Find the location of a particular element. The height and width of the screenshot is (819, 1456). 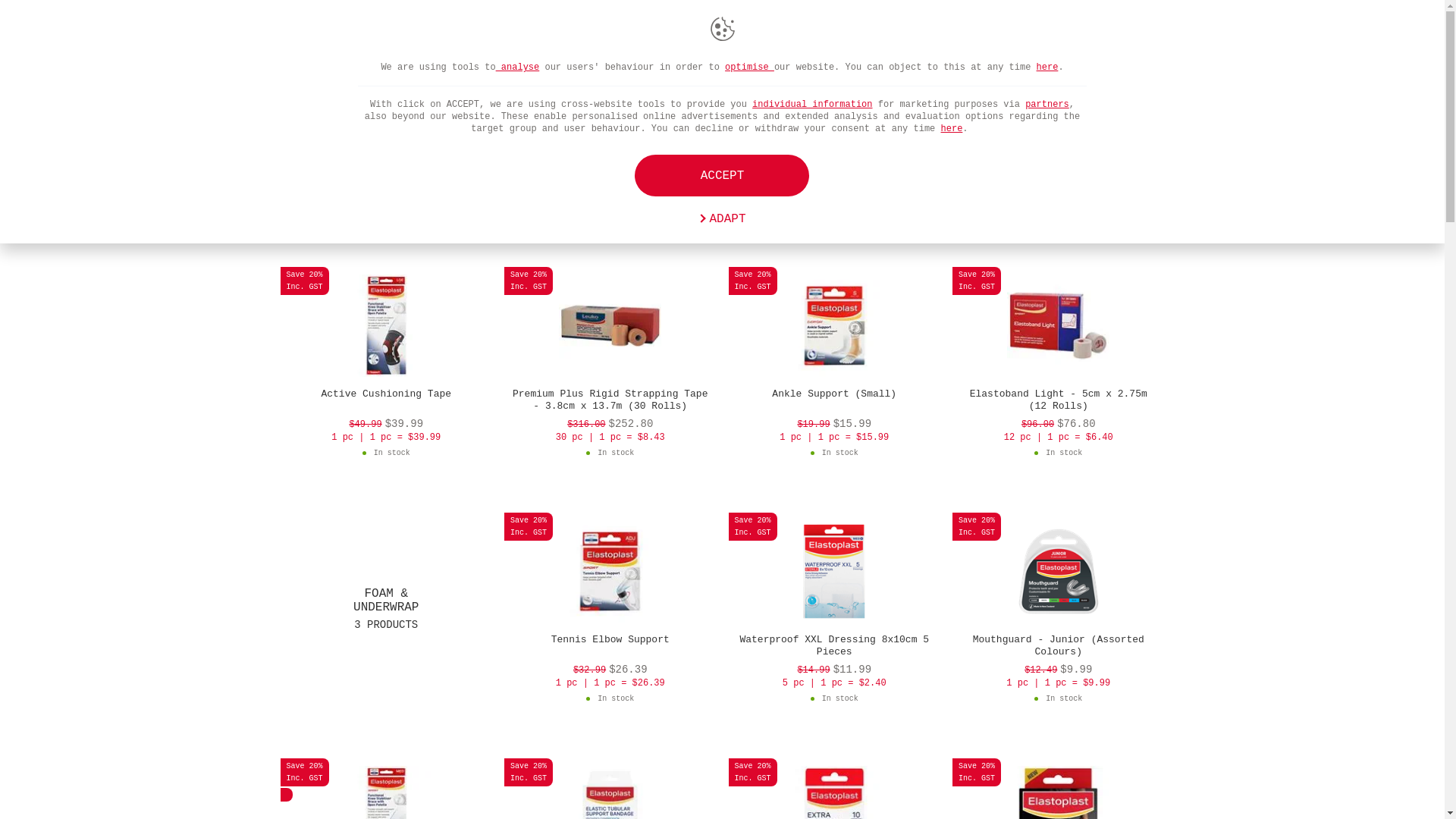

'optimise ' is located at coordinates (723, 66).